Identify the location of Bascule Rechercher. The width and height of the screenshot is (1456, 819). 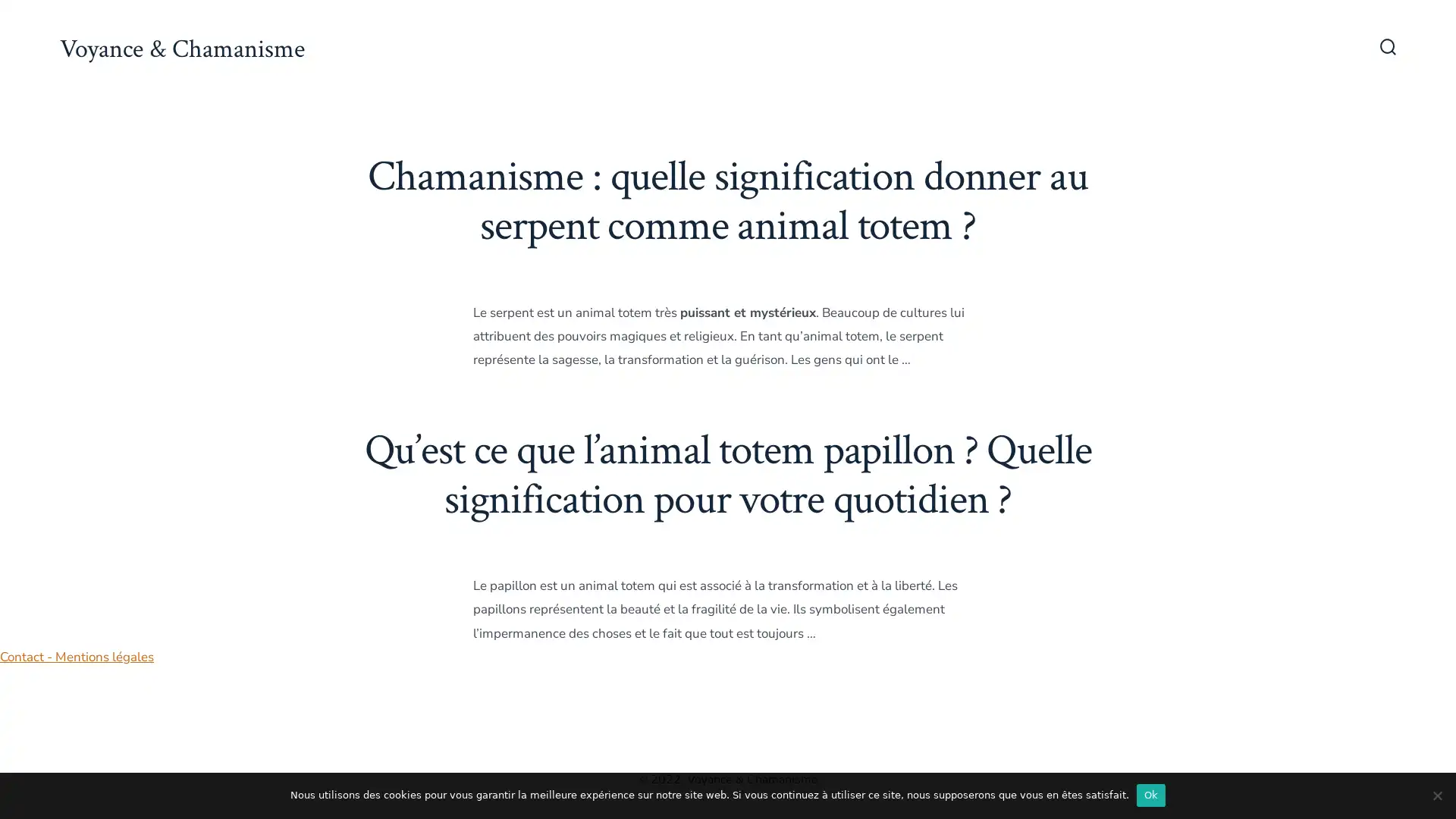
(1387, 48).